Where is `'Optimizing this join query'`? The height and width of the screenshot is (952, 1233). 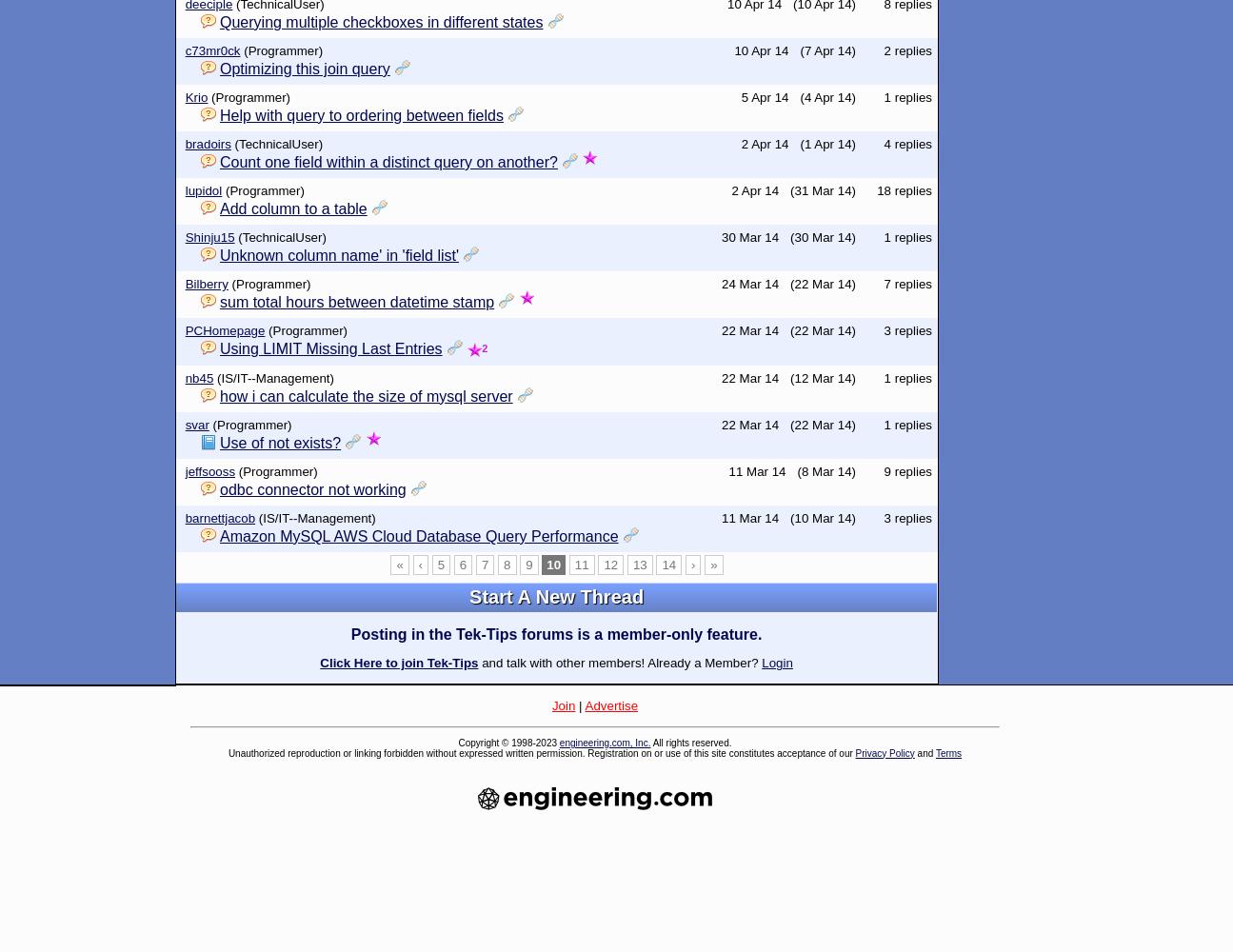 'Optimizing this join query' is located at coordinates (304, 67).